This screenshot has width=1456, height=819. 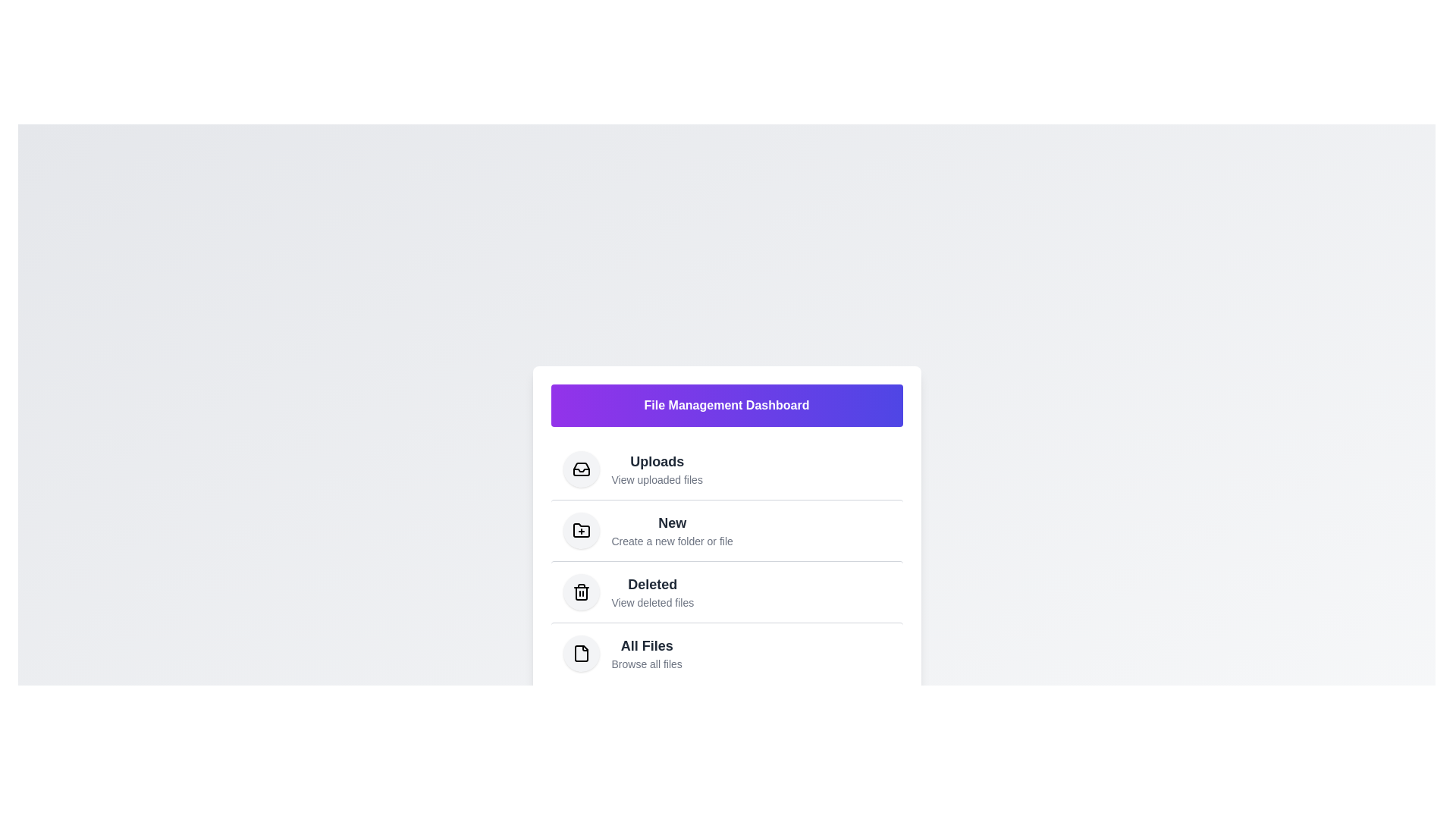 What do you see at coordinates (726, 529) in the screenshot?
I see `the menu item 'New' to trigger its visual feedback` at bounding box center [726, 529].